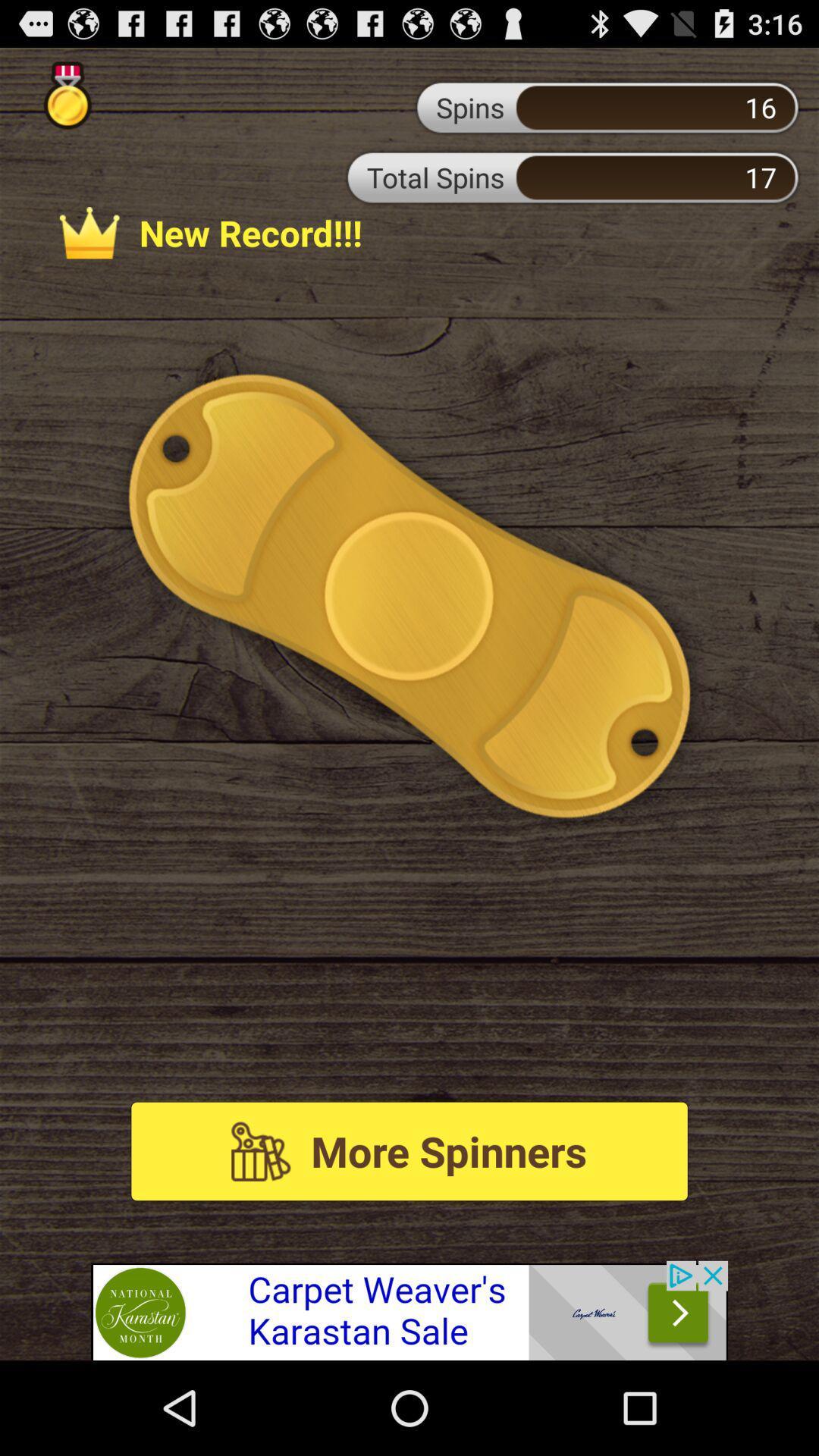  Describe the element at coordinates (409, 1310) in the screenshot. I see `advertisement about carpet weaver 's kaarastan sale` at that location.